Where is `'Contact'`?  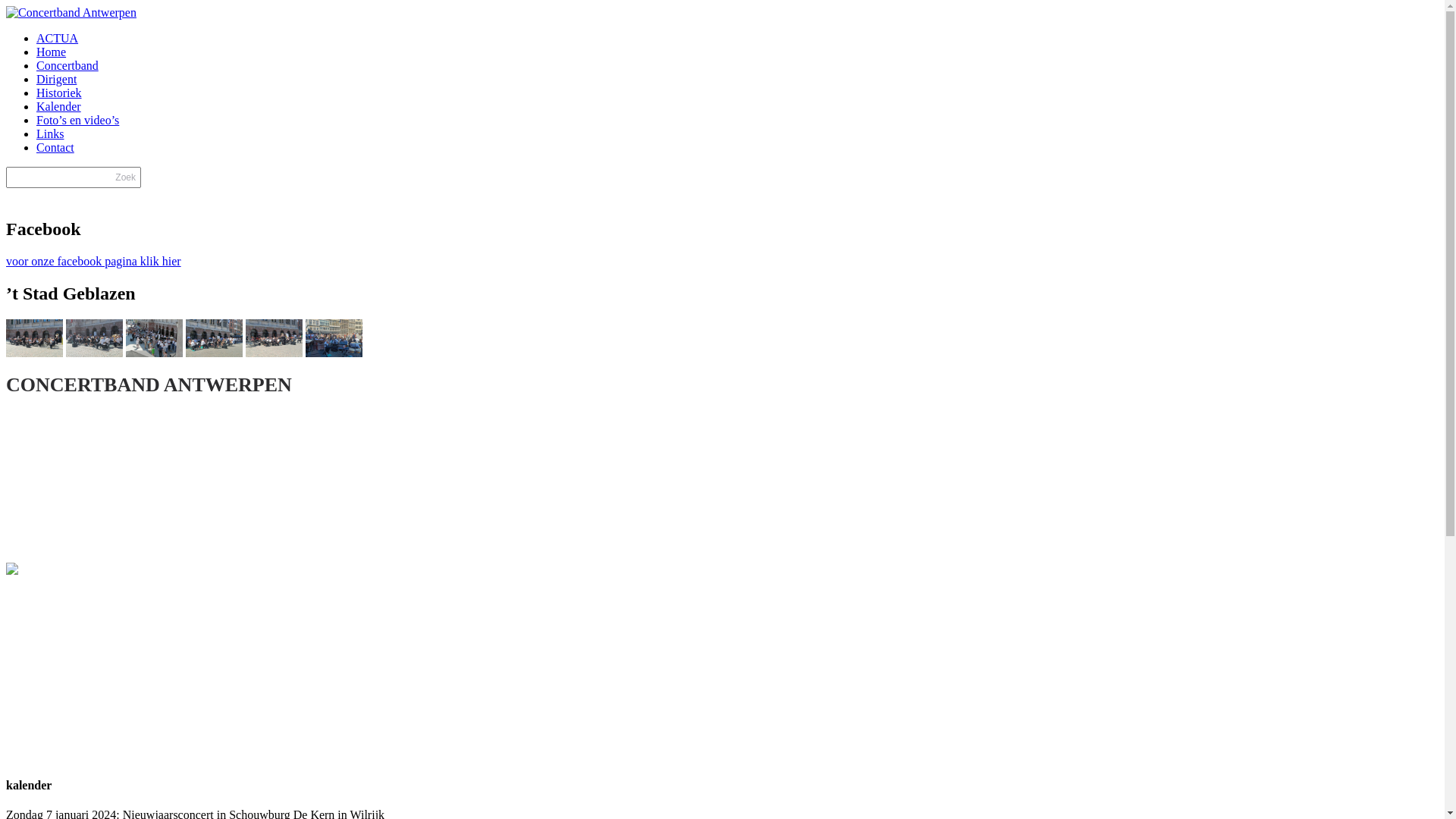 'Contact' is located at coordinates (55, 147).